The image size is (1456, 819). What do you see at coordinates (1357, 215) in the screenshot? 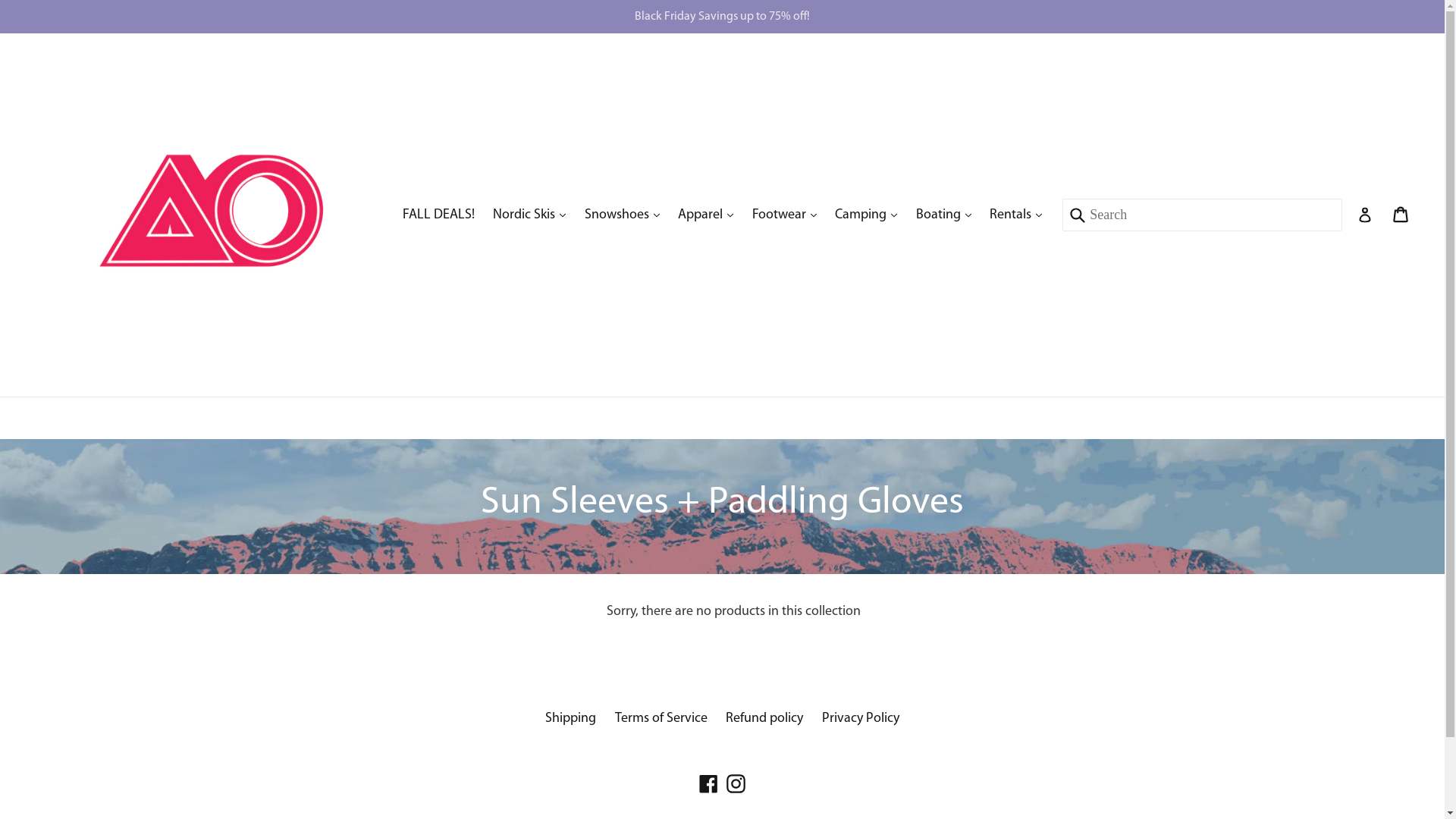
I see `'Log in'` at bounding box center [1357, 215].